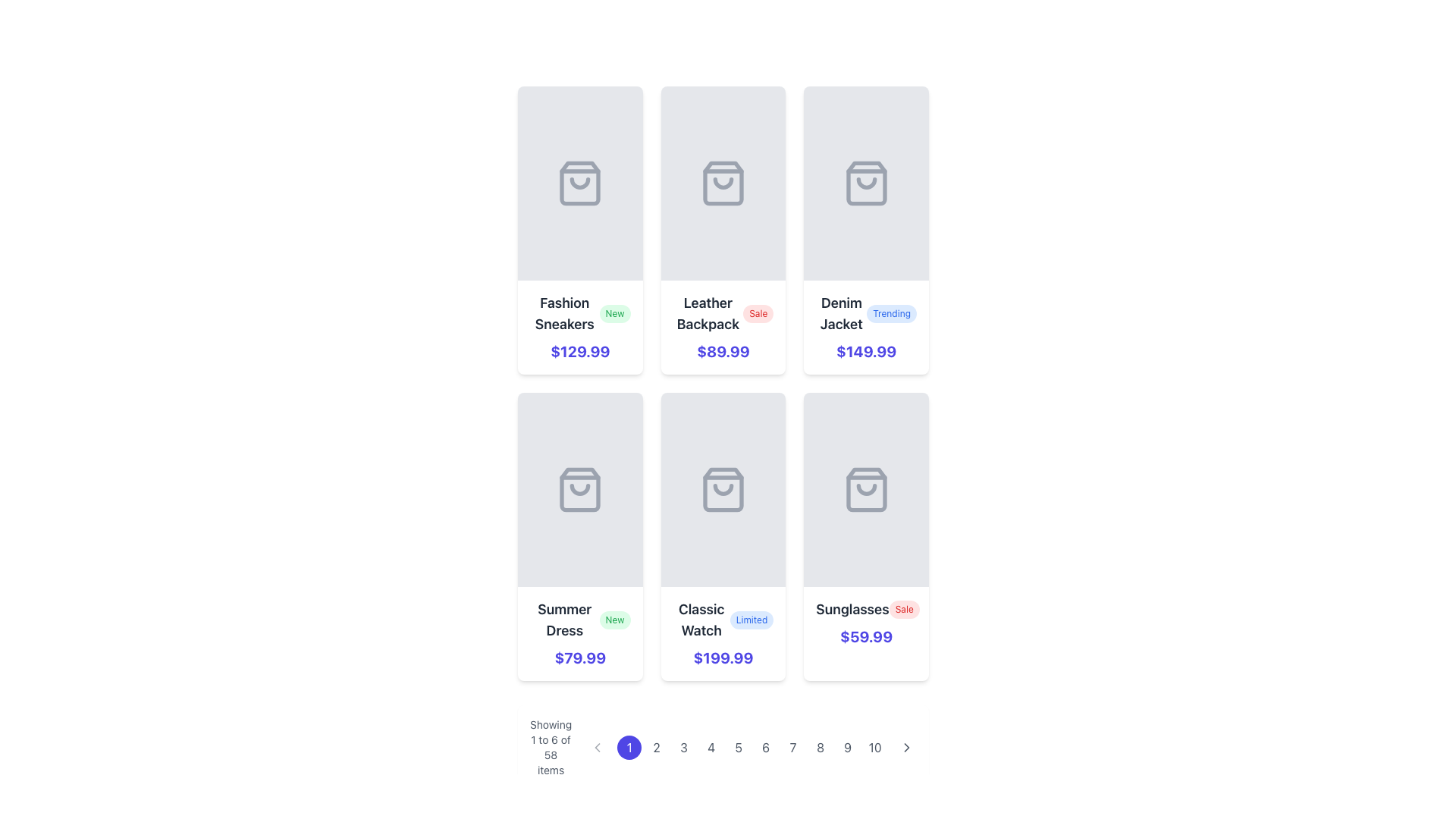 Image resolution: width=1456 pixels, height=819 pixels. I want to click on the chevron icon in the bottom-left section of the interface, so click(597, 747).